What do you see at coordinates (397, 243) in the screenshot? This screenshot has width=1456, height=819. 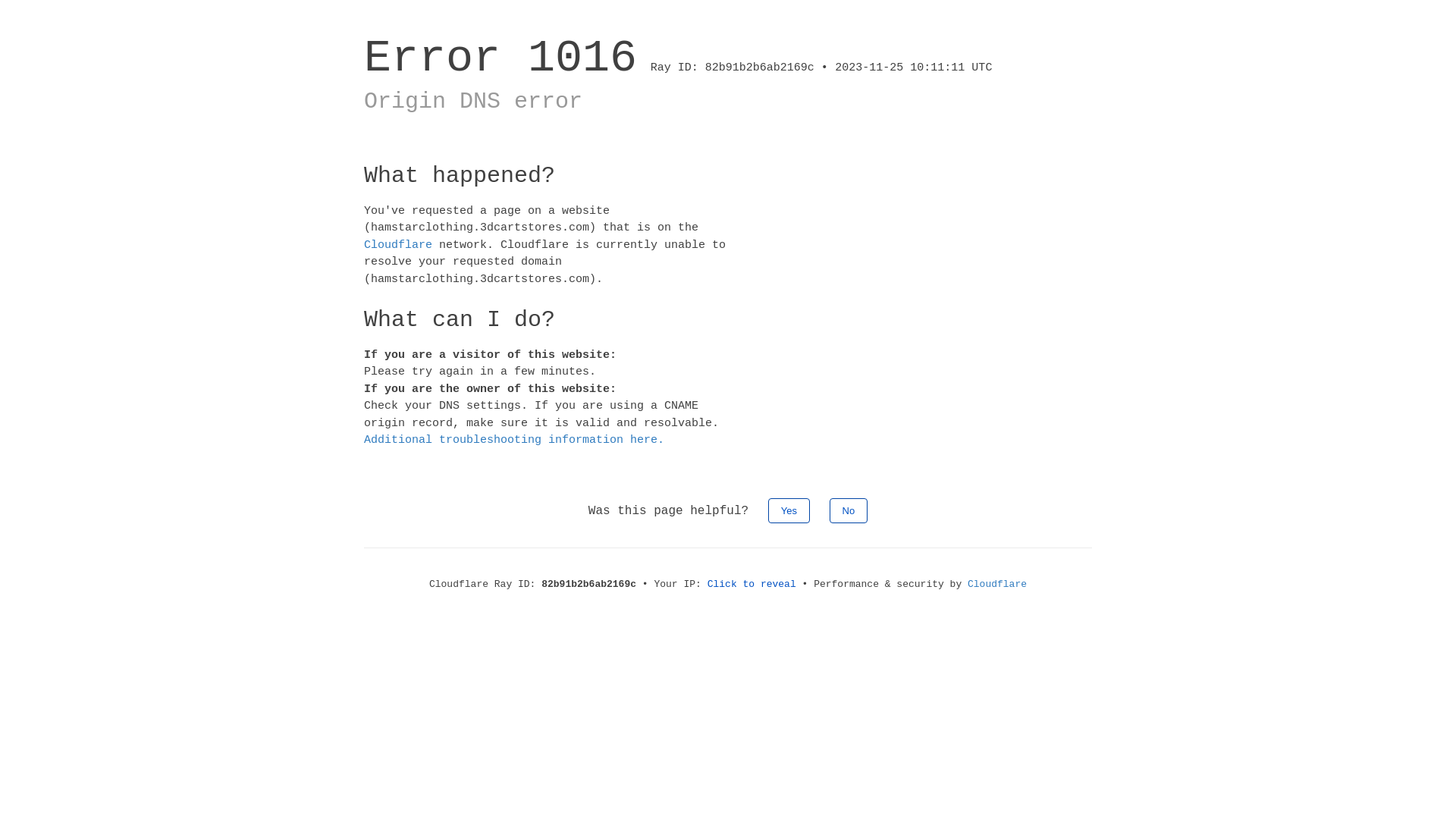 I see `'Cloudflare'` at bounding box center [397, 243].